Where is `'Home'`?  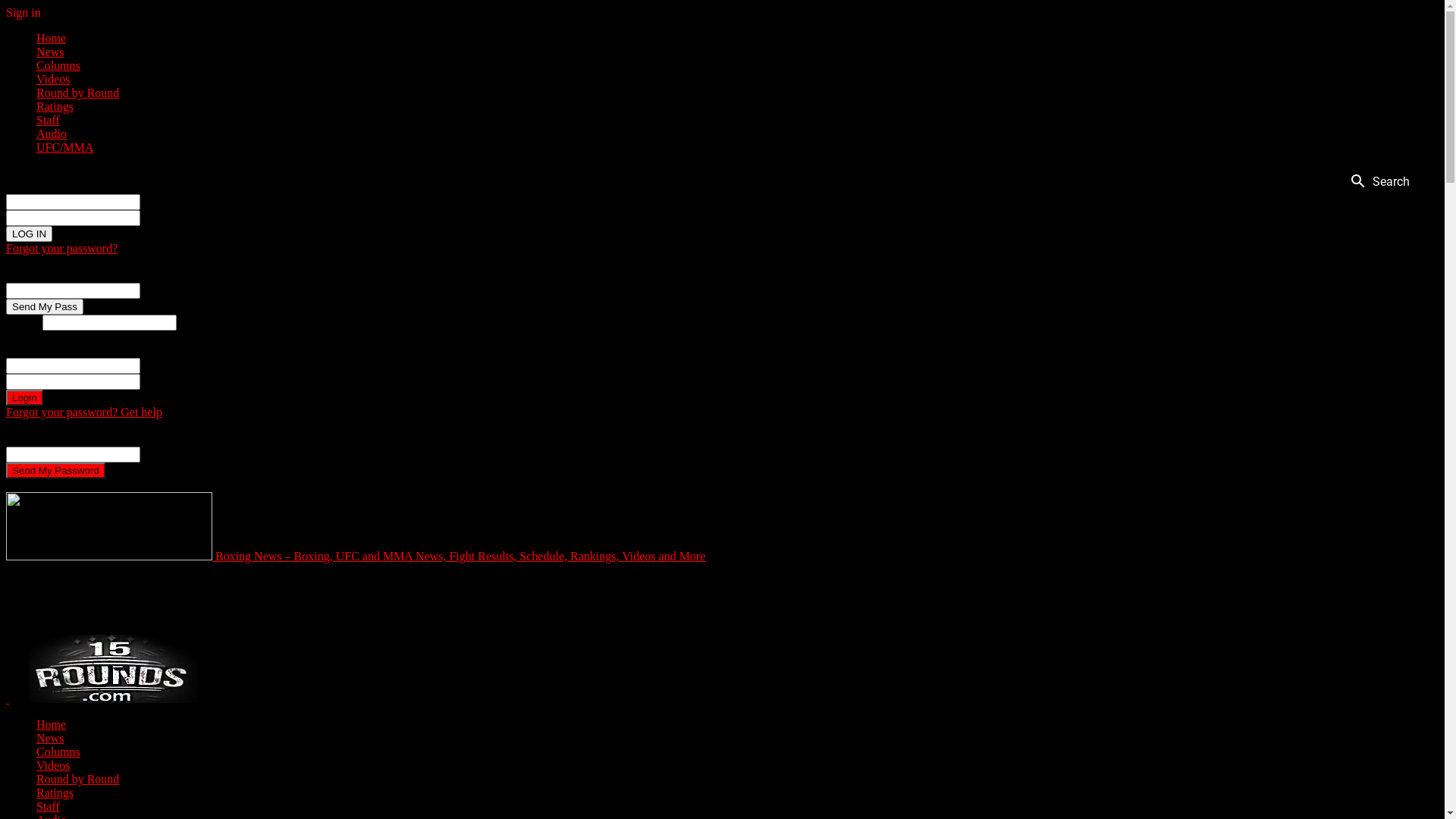
'Home' is located at coordinates (51, 37).